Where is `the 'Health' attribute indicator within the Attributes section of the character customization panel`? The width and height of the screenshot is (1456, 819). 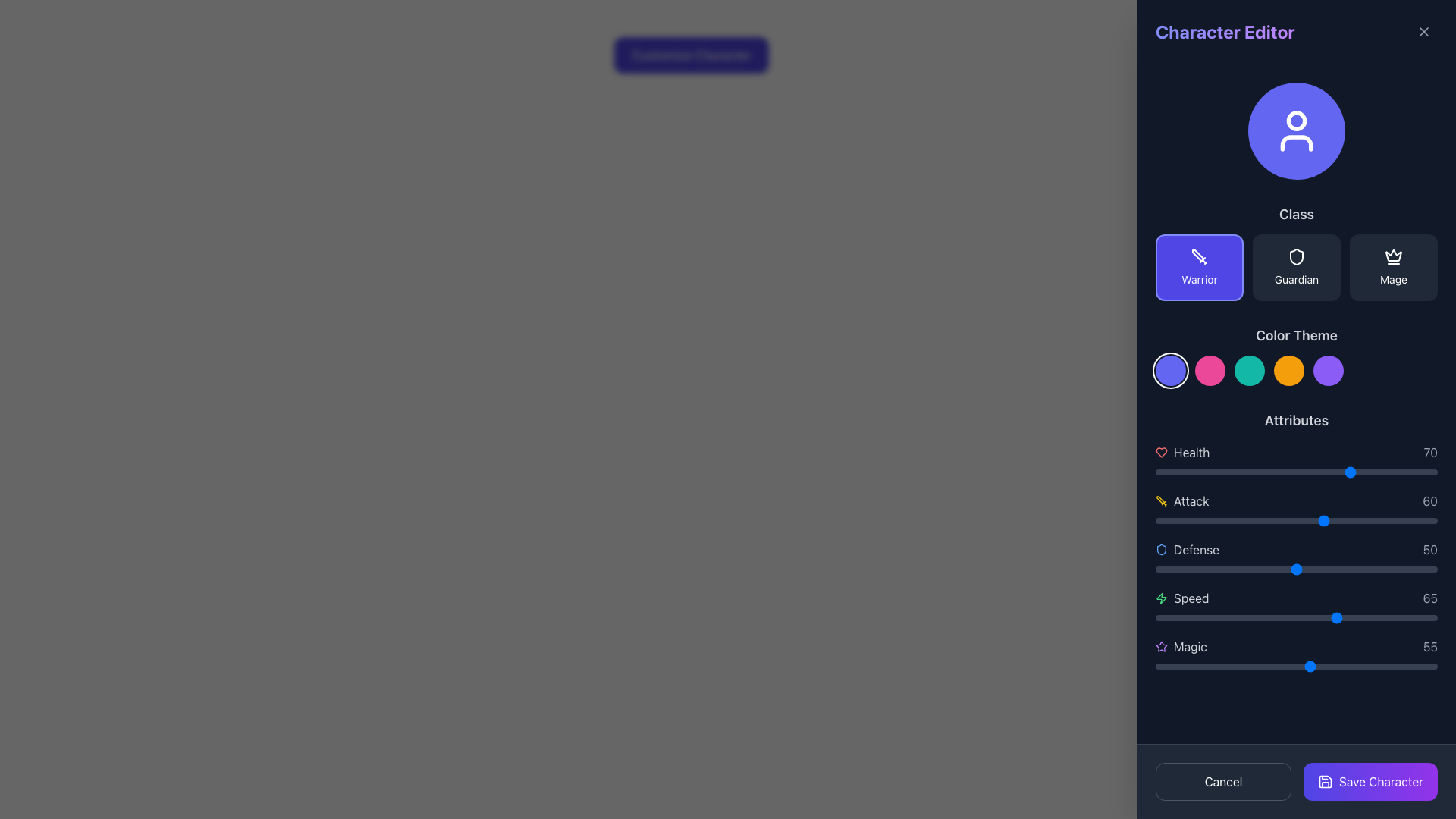 the 'Health' attribute indicator within the Attributes section of the character customization panel is located at coordinates (1295, 452).